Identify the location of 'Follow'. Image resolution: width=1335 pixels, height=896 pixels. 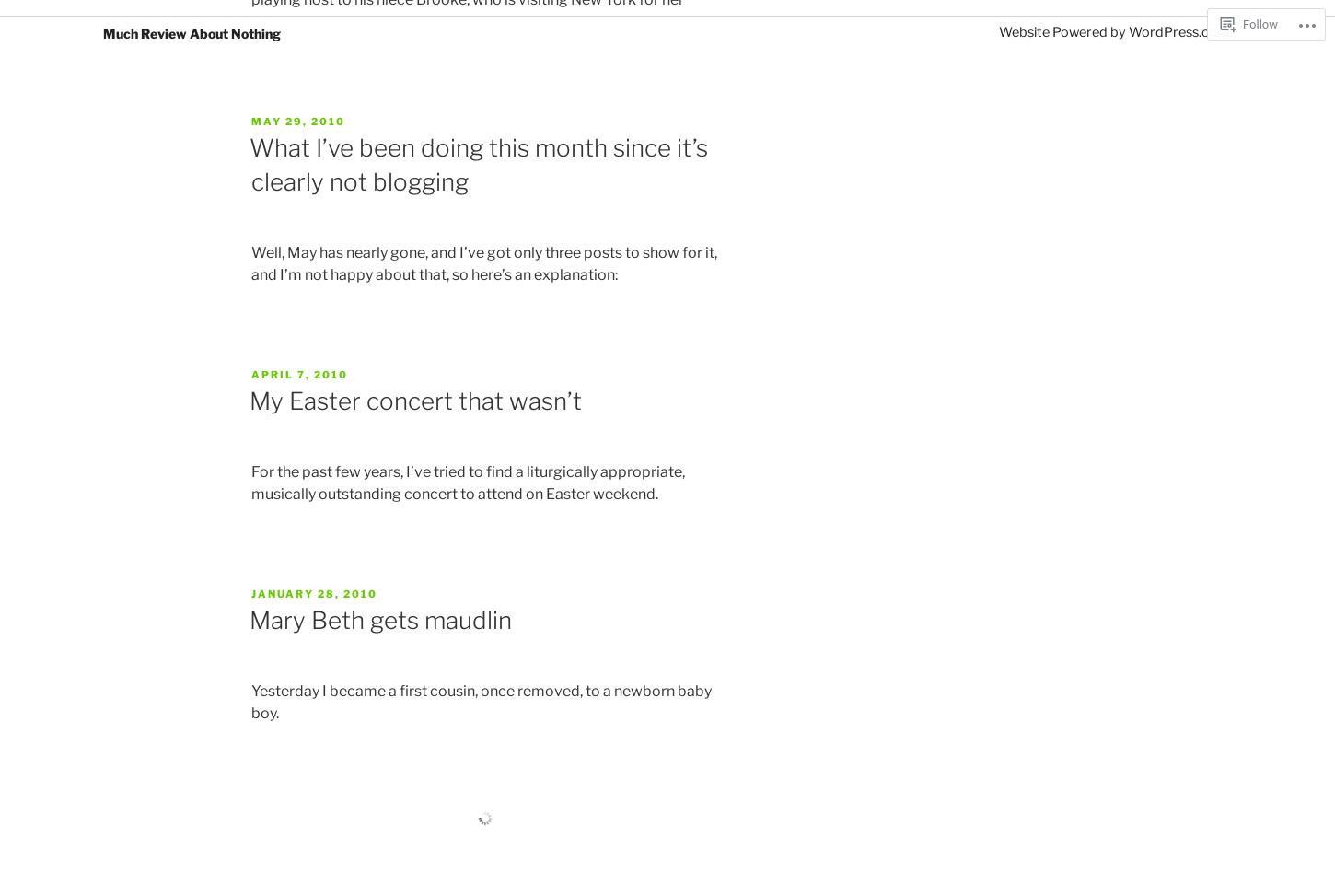
(1259, 24).